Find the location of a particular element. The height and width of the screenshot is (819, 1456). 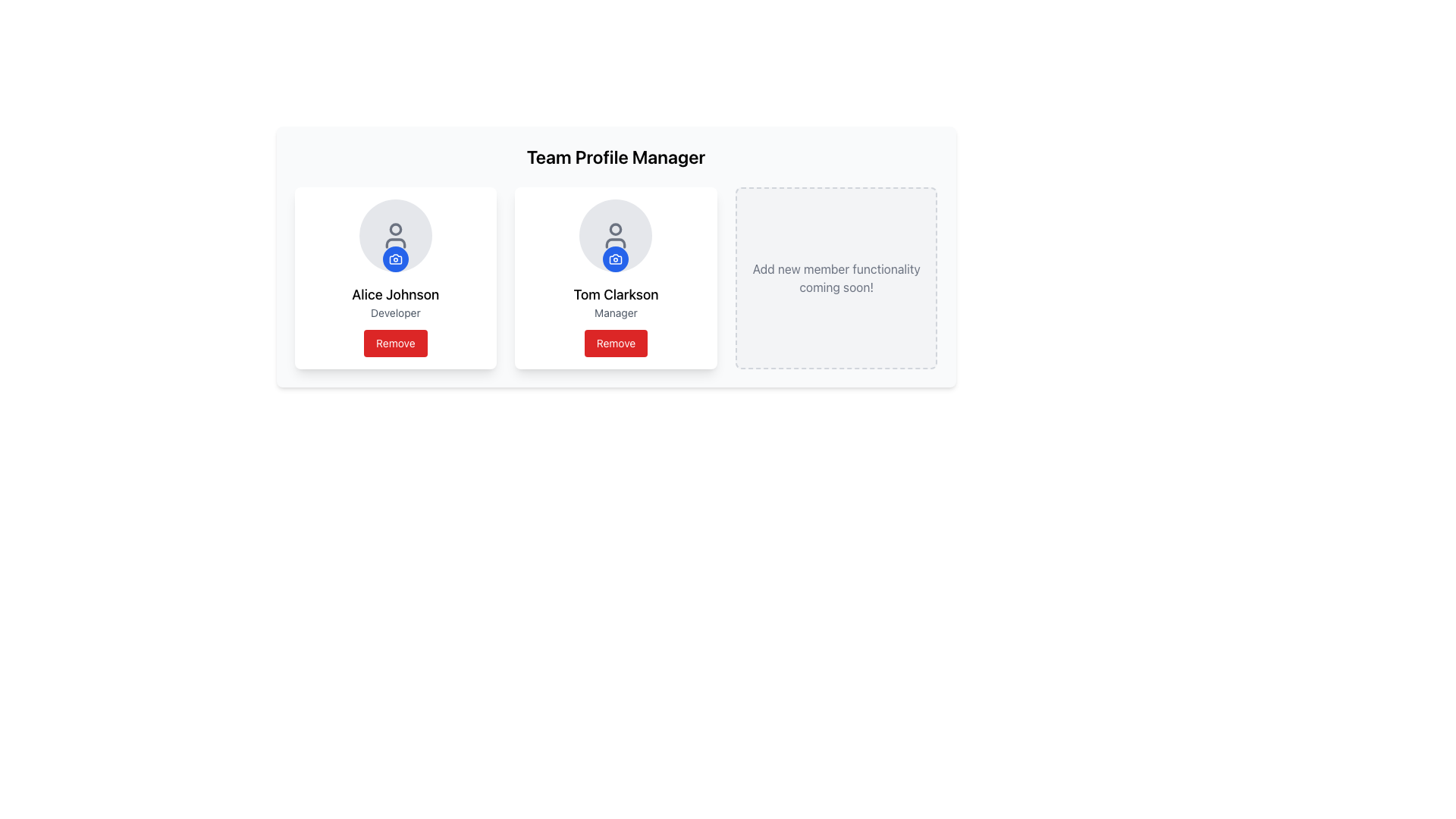

the camera icon in the circular profile image placeholder for 'Alice Johnson' to update the profile picture is located at coordinates (395, 236).